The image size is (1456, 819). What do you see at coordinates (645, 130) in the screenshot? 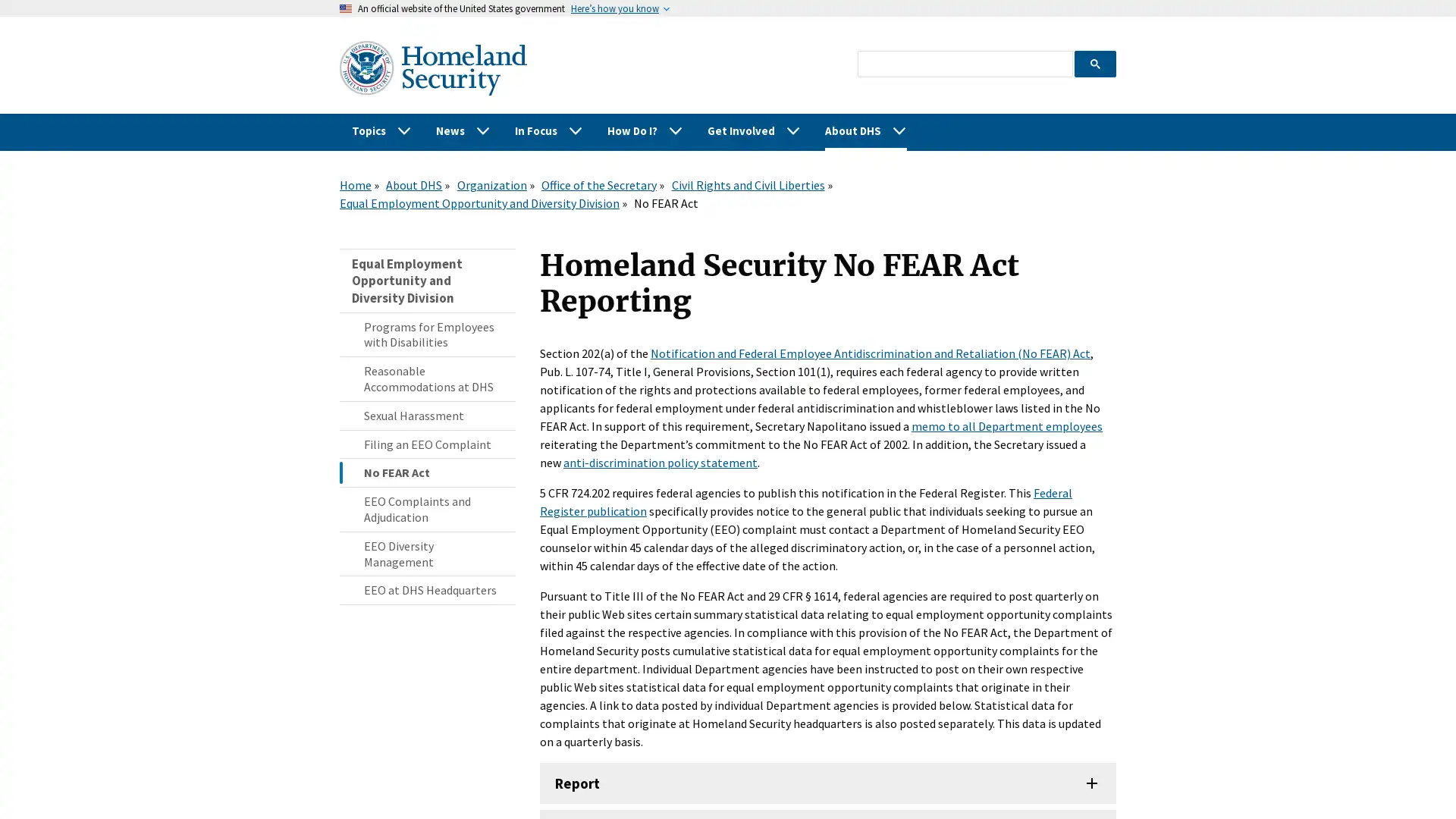
I see `How Do I?` at bounding box center [645, 130].